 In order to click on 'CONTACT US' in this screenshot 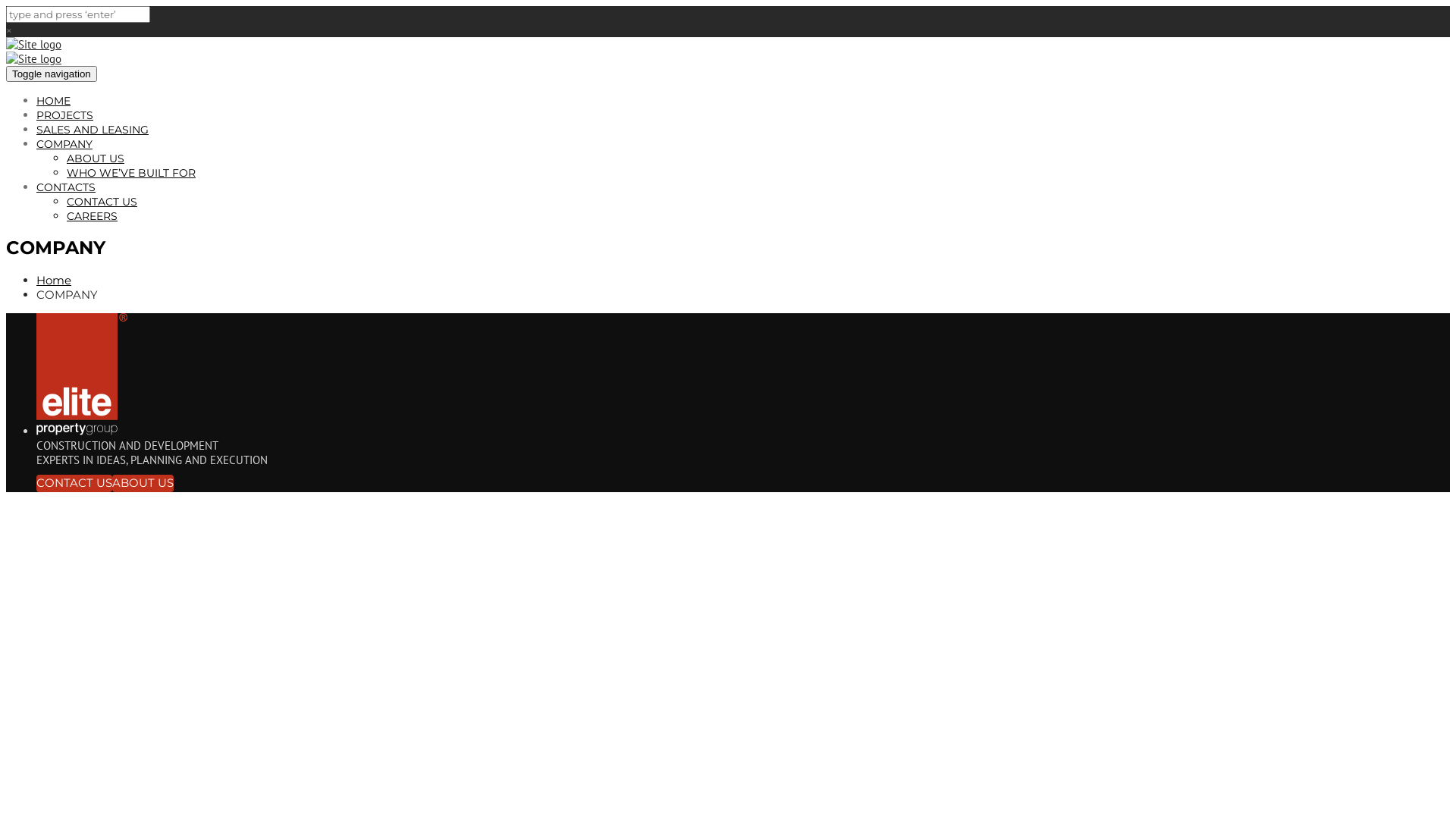, I will do `click(101, 201)`.